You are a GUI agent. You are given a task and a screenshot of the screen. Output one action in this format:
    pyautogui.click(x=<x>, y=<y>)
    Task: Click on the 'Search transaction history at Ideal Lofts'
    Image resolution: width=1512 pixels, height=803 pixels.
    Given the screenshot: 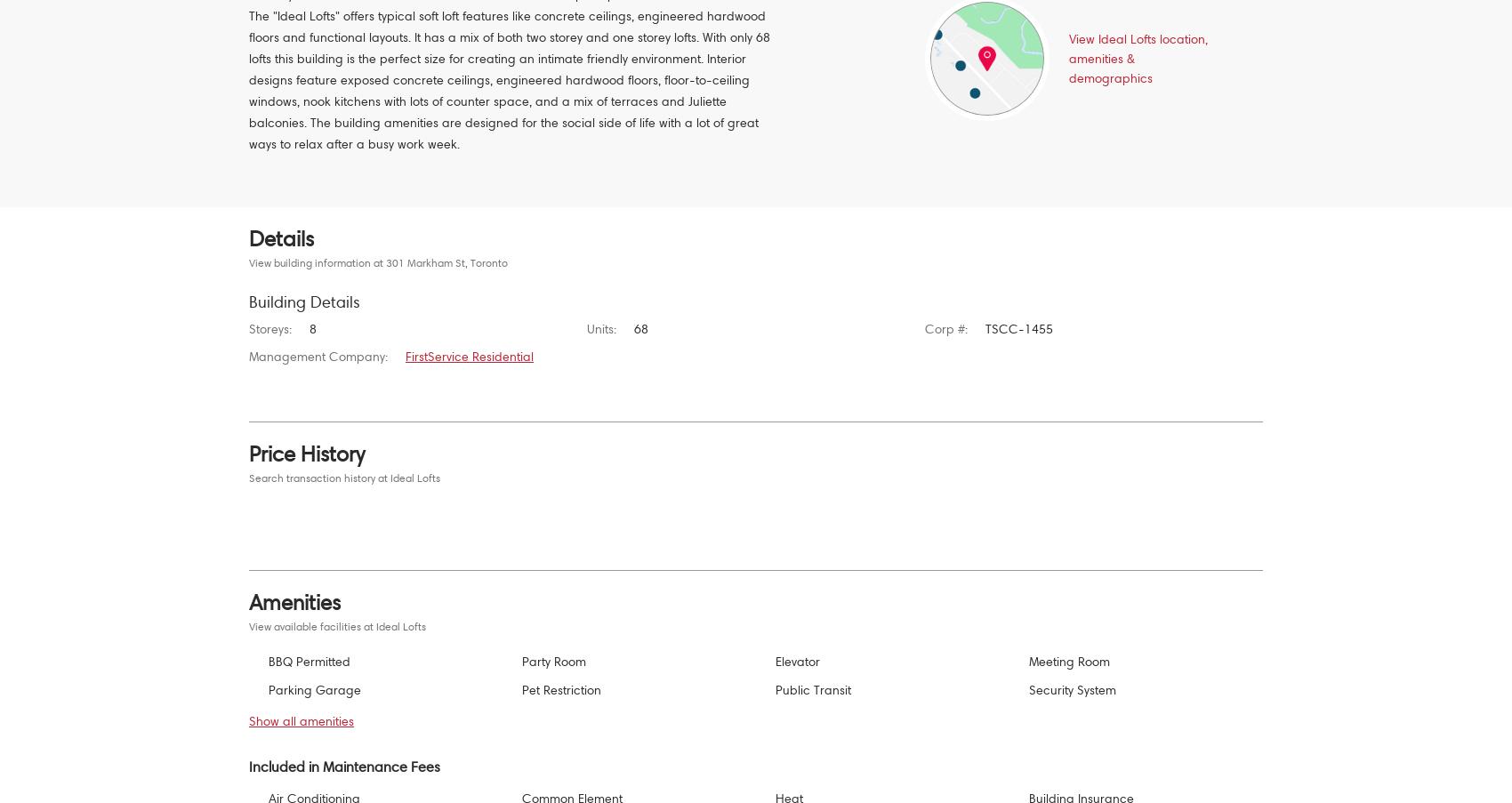 What is the action you would take?
    pyautogui.click(x=343, y=477)
    